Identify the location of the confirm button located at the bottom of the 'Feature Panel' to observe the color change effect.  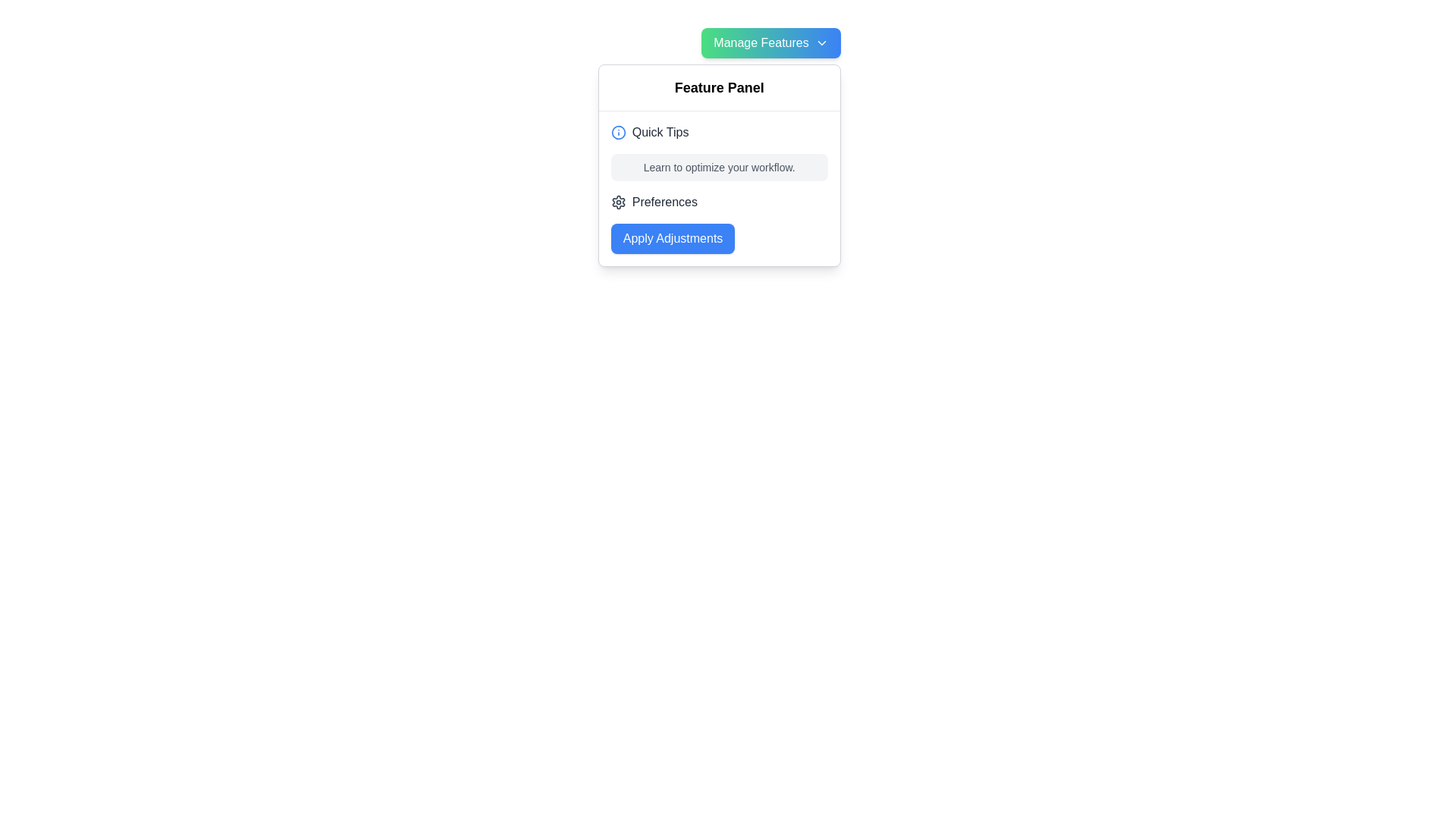
(672, 239).